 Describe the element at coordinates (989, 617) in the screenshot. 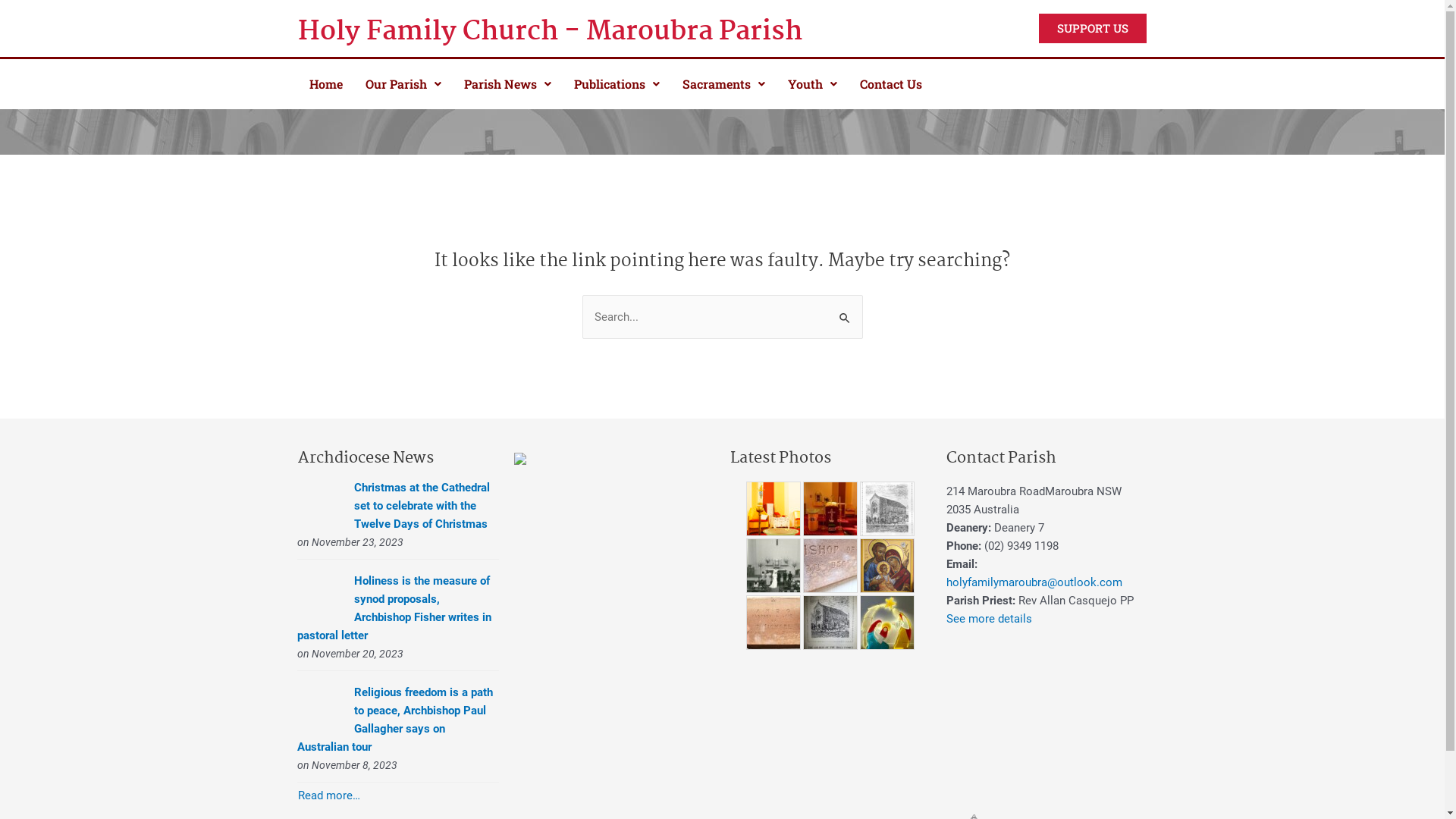

I see `'See more details'` at that location.